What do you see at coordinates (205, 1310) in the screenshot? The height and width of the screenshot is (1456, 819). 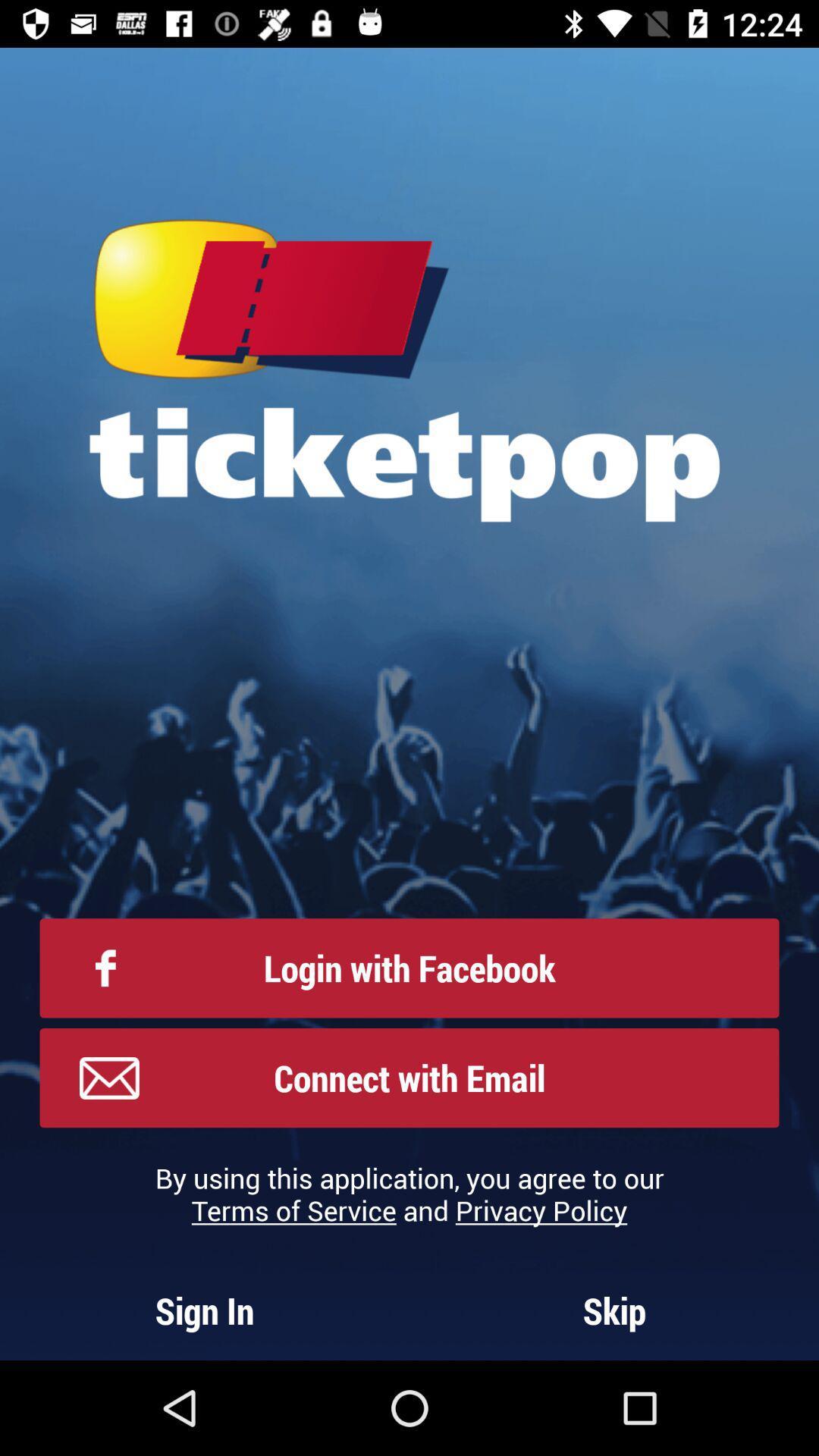 I see `the icon next to skip icon` at bounding box center [205, 1310].